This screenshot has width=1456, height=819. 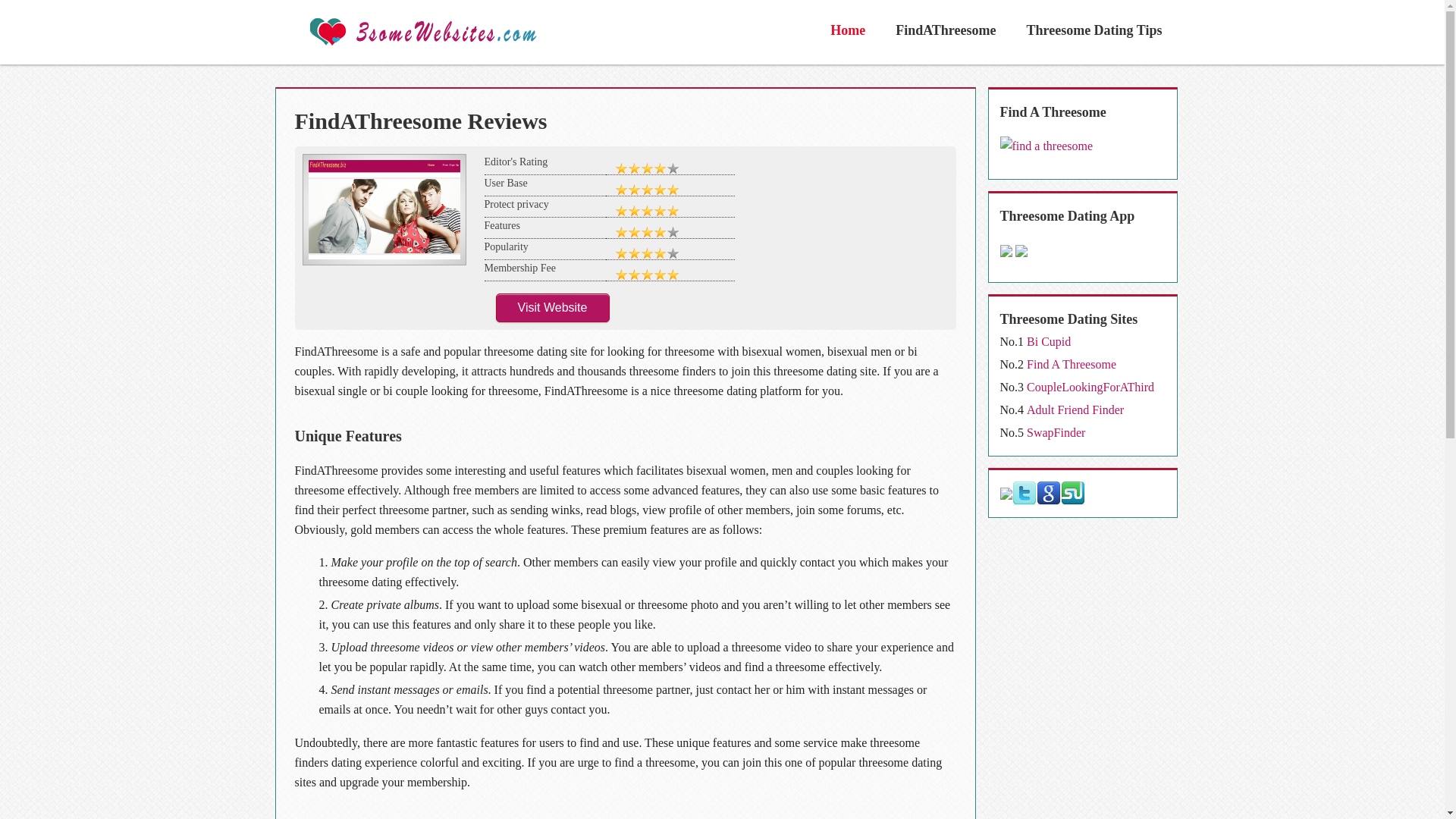 What do you see at coordinates (1074, 409) in the screenshot?
I see `'Adult Friend Finder'` at bounding box center [1074, 409].